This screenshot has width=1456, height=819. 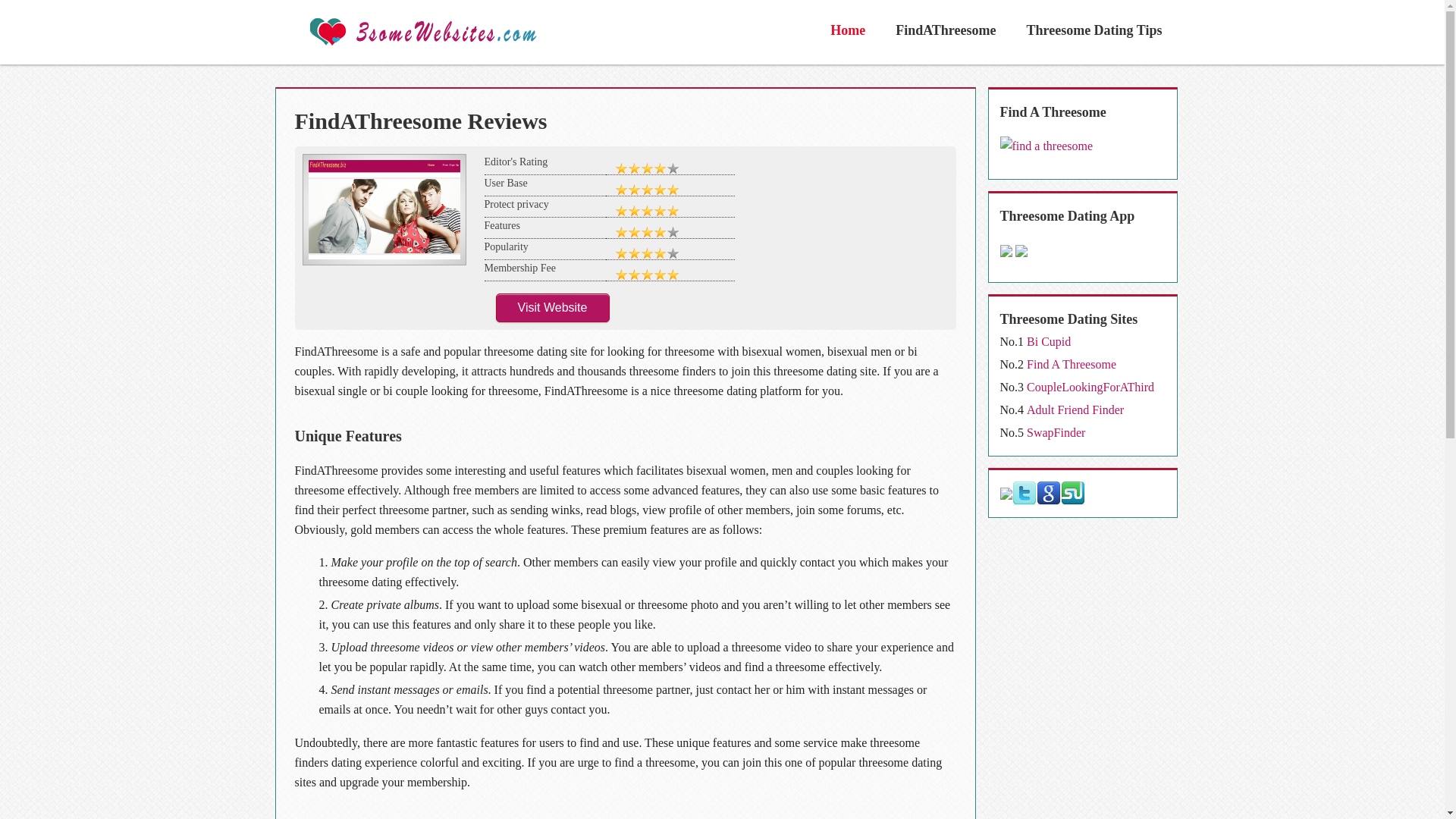 What do you see at coordinates (1074, 409) in the screenshot?
I see `'Adult Friend Finder'` at bounding box center [1074, 409].